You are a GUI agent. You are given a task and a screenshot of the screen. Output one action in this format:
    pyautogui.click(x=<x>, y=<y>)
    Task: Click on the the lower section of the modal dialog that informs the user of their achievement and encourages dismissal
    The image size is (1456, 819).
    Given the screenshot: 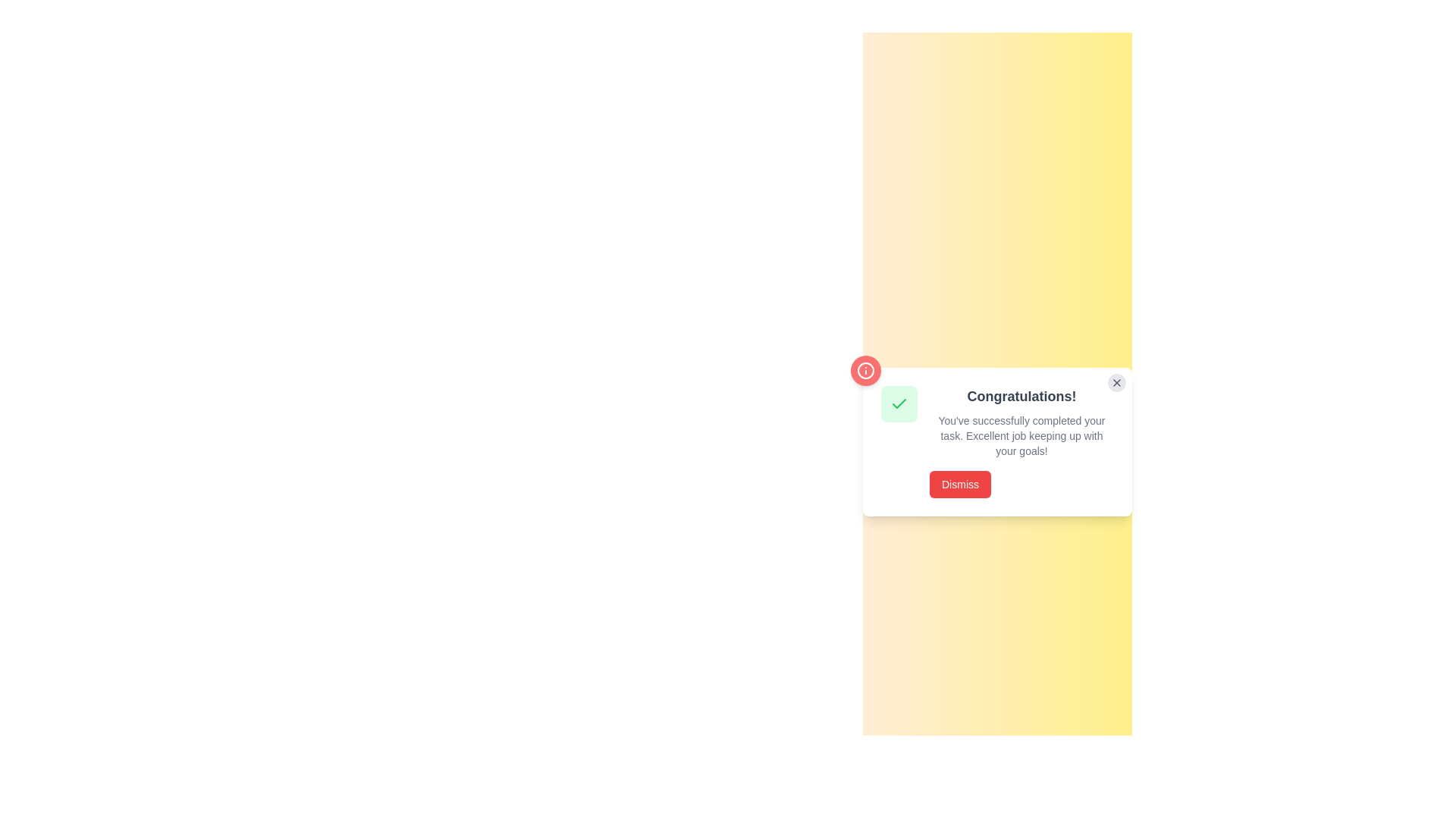 What is the action you would take?
    pyautogui.click(x=997, y=441)
    